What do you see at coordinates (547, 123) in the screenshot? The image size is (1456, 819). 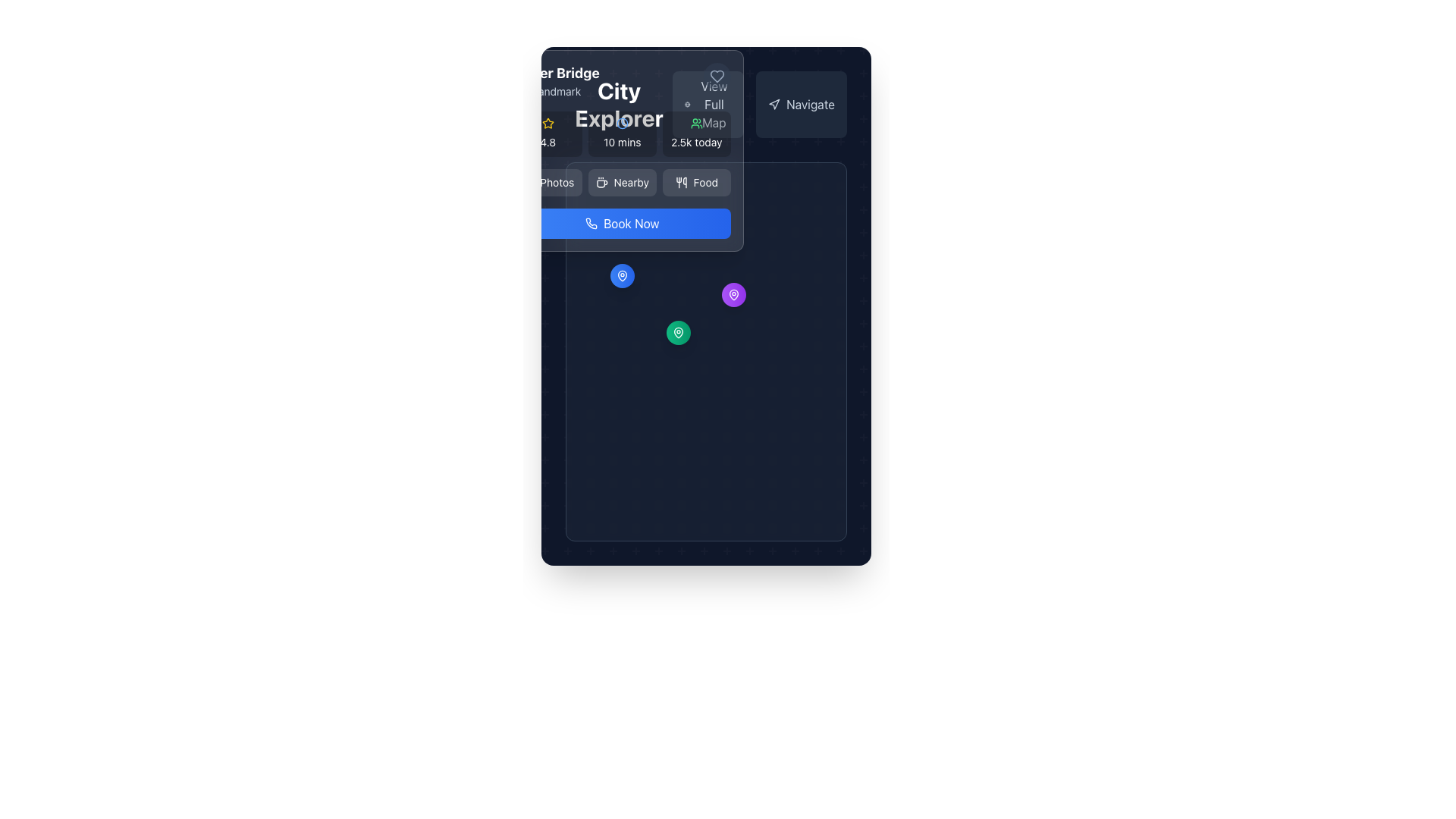 I see `the star icon located at the top center-right of the interface` at bounding box center [547, 123].